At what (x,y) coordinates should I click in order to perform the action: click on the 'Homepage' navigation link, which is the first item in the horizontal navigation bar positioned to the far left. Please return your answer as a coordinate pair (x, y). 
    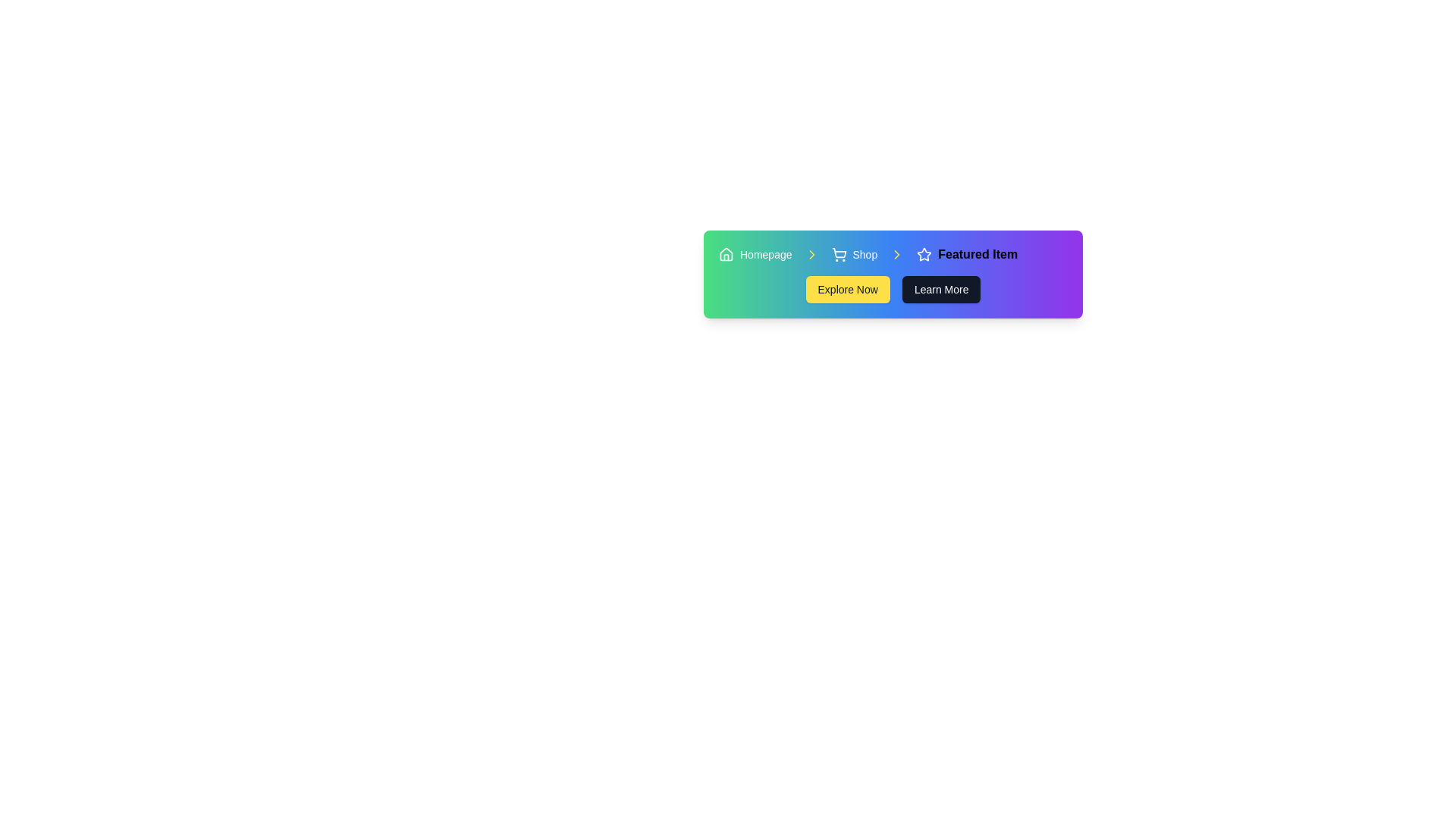
    Looking at the image, I should click on (755, 253).